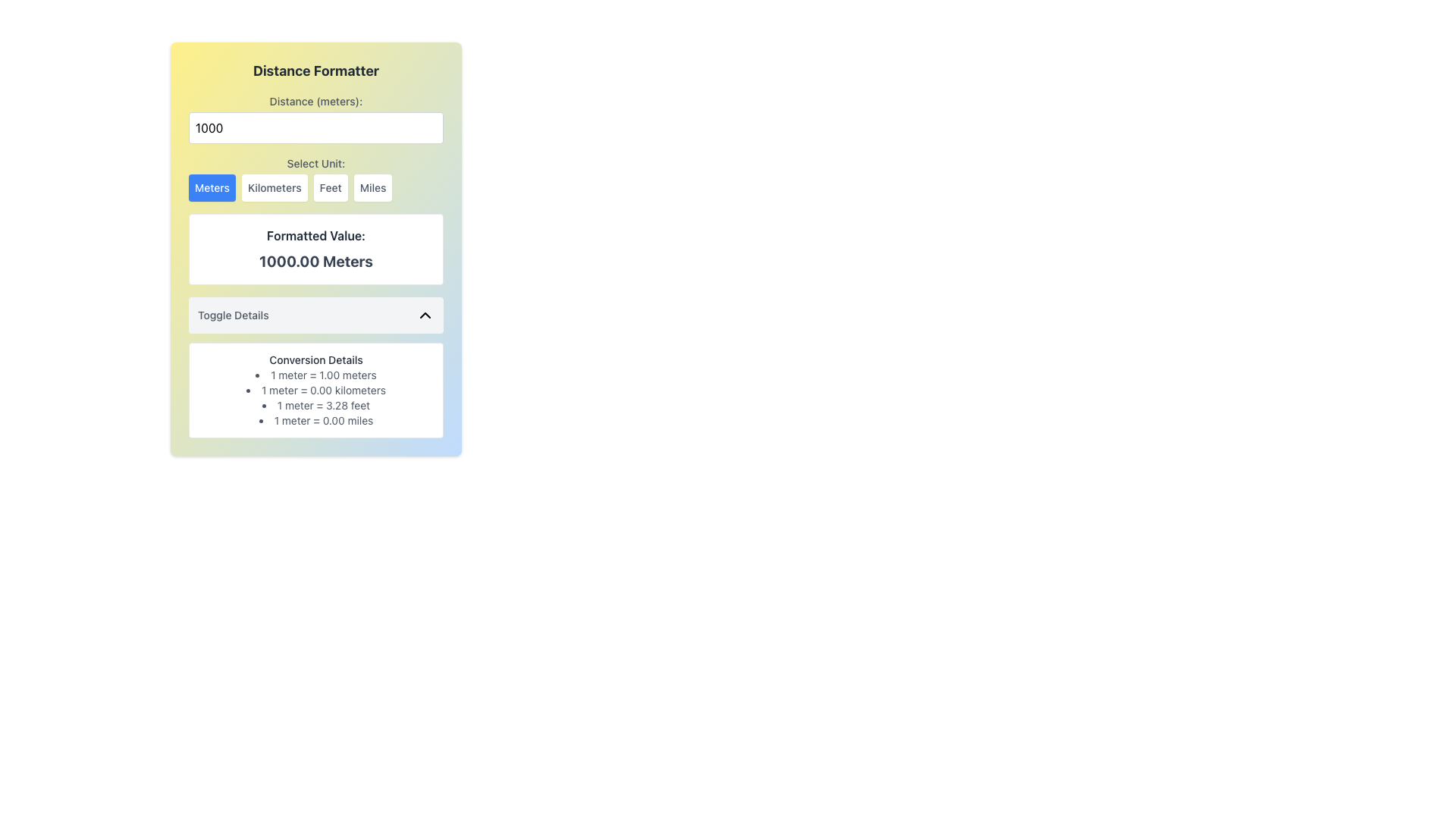 Image resolution: width=1456 pixels, height=819 pixels. What do you see at coordinates (315, 368) in the screenshot?
I see `detailed conversion information displayed in the Information Display located beneath the 'Toggle Details' header within the 'Distance Formatter' component` at bounding box center [315, 368].